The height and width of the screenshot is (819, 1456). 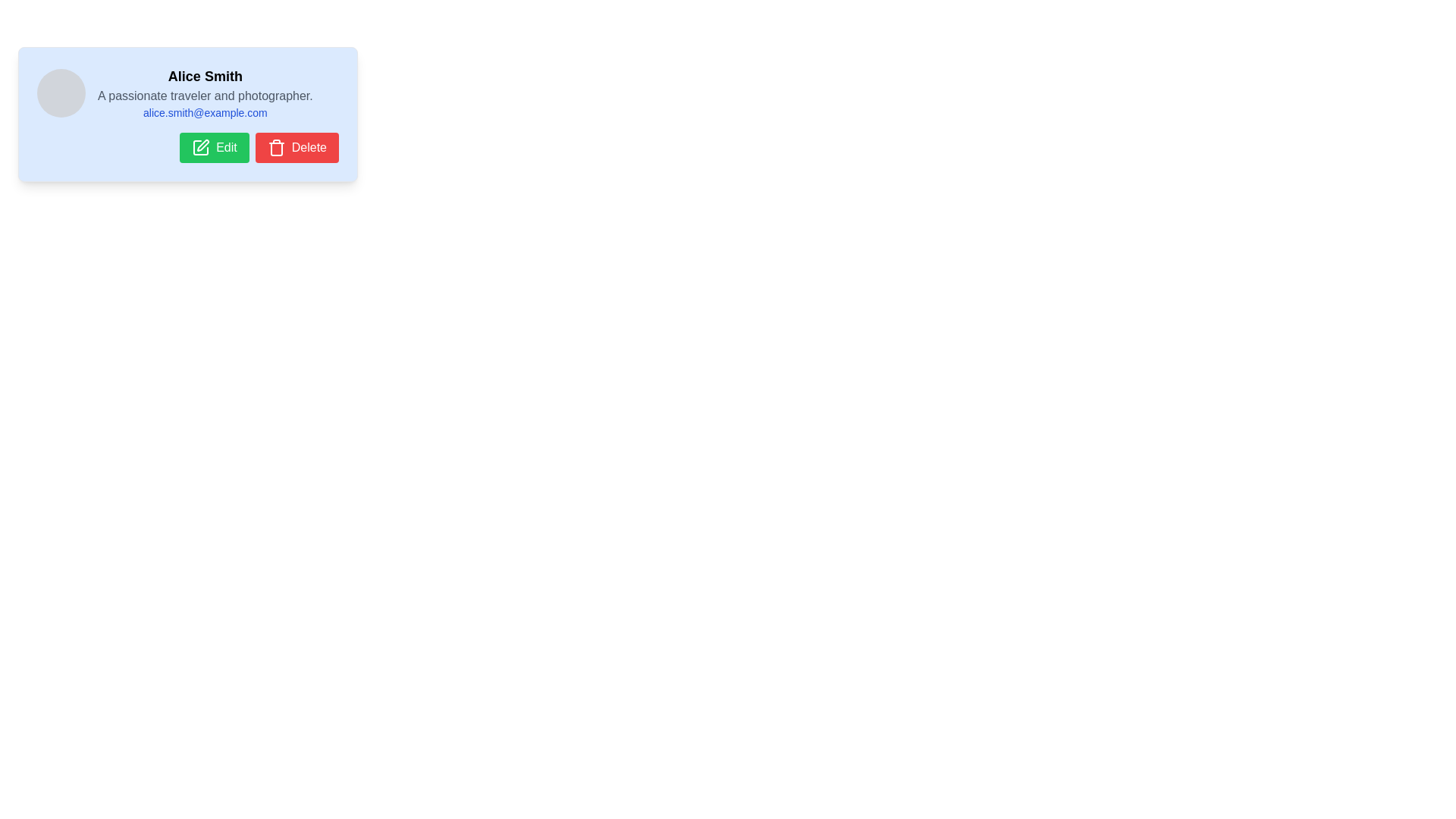 What do you see at coordinates (297, 148) in the screenshot?
I see `the rectangular red button with white rounded text 'Delete' and a trash can icon, located to the right of the green 'Edit' button, to observe its hover effect` at bounding box center [297, 148].